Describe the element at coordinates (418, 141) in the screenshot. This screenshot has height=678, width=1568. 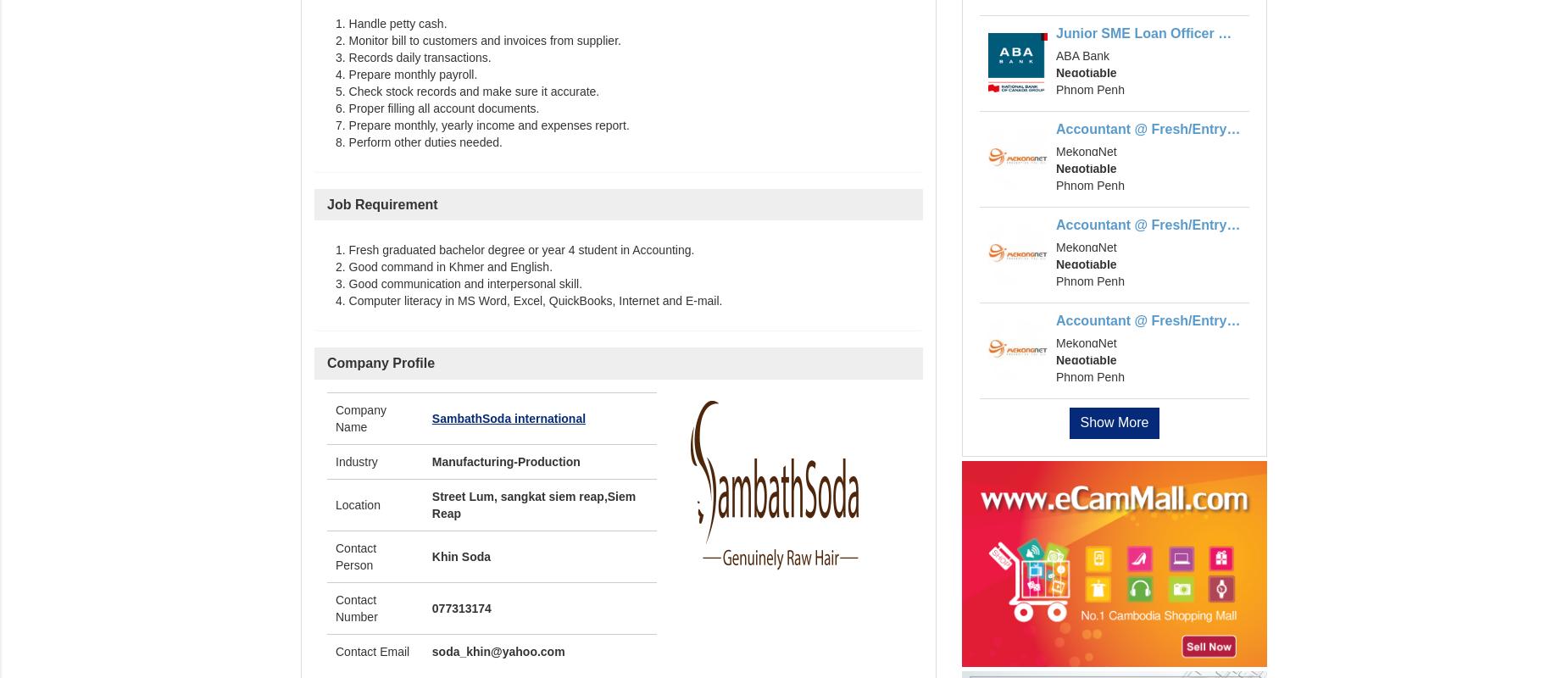
I see `'8. Perform other duties needed.'` at that location.